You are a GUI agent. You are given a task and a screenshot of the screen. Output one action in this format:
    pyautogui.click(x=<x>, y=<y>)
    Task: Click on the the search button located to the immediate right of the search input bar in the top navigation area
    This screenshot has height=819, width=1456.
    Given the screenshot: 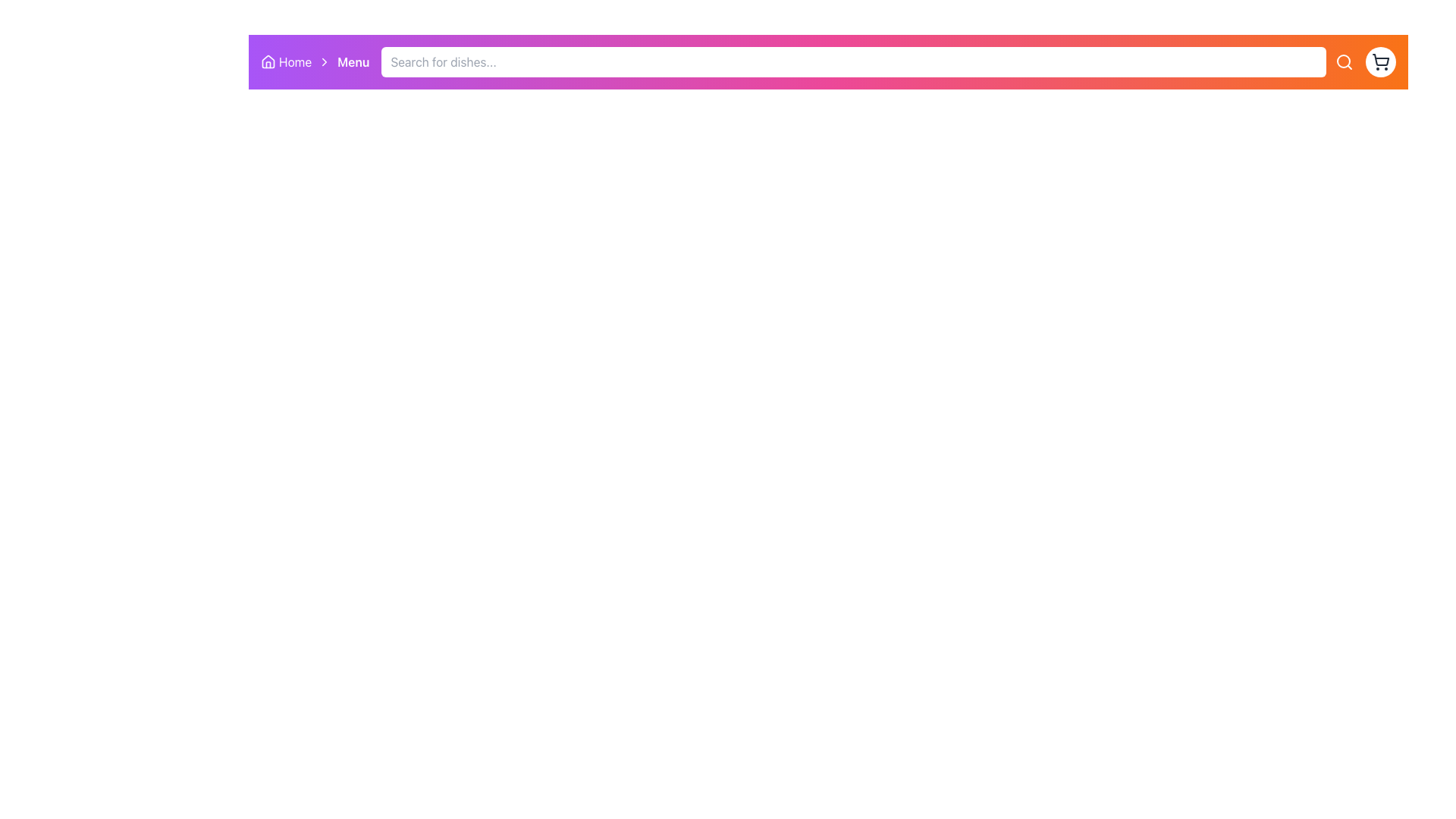 What is the action you would take?
    pyautogui.click(x=1344, y=61)
    